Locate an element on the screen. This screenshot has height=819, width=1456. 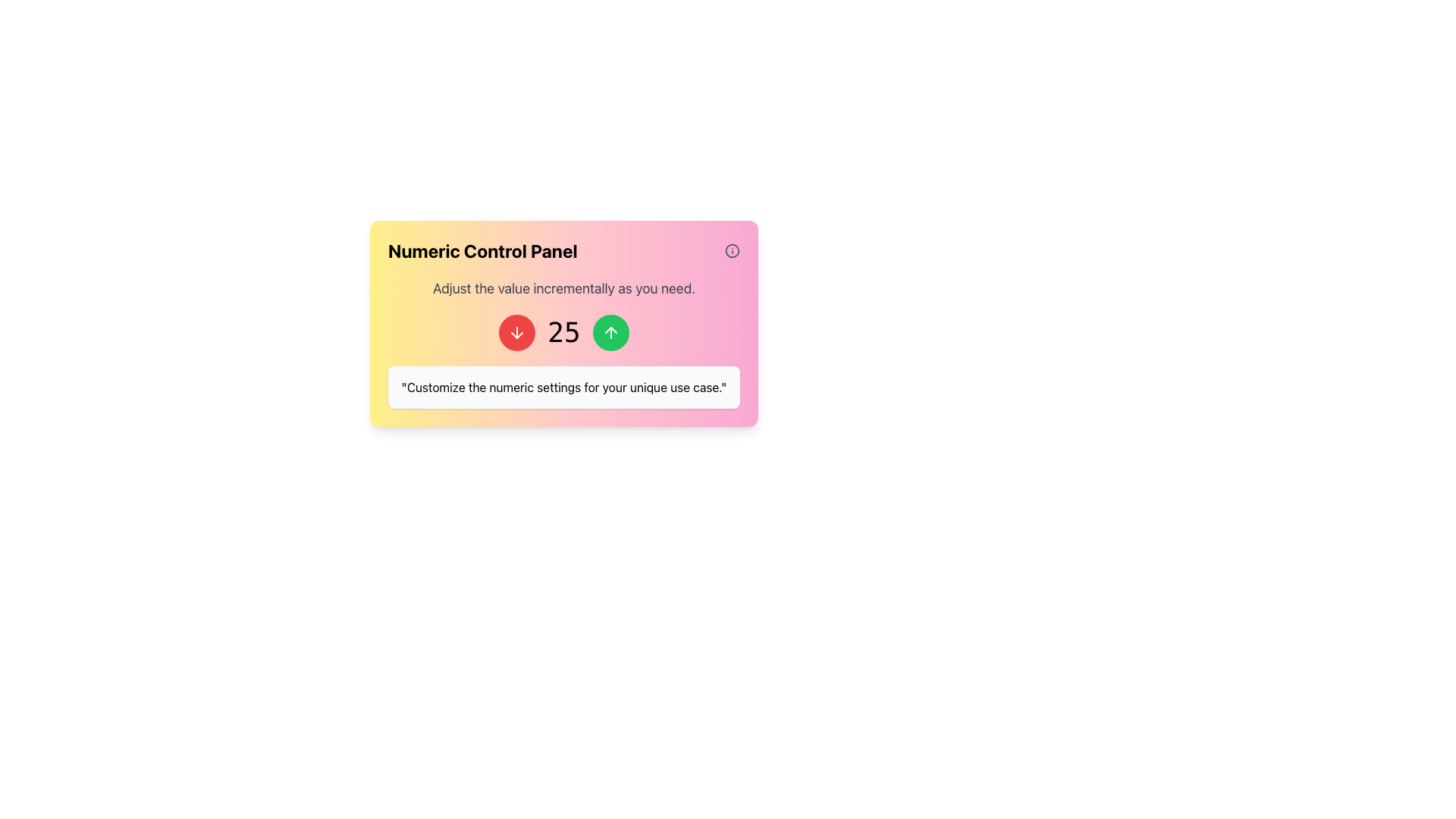
current numeric value displayed in the center text element between two circular buttons with arrows is located at coordinates (563, 332).